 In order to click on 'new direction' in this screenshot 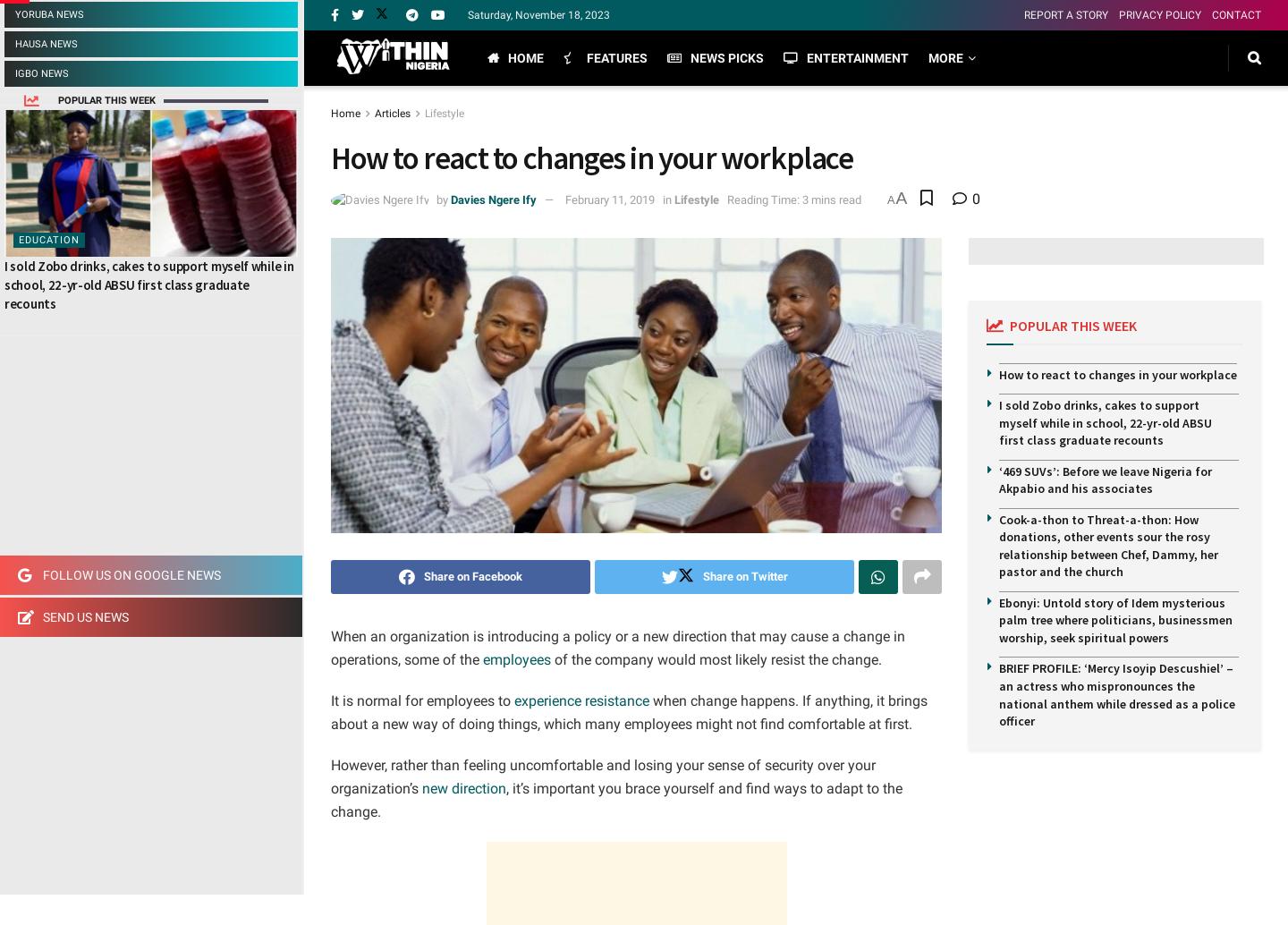, I will do `click(461, 787)`.